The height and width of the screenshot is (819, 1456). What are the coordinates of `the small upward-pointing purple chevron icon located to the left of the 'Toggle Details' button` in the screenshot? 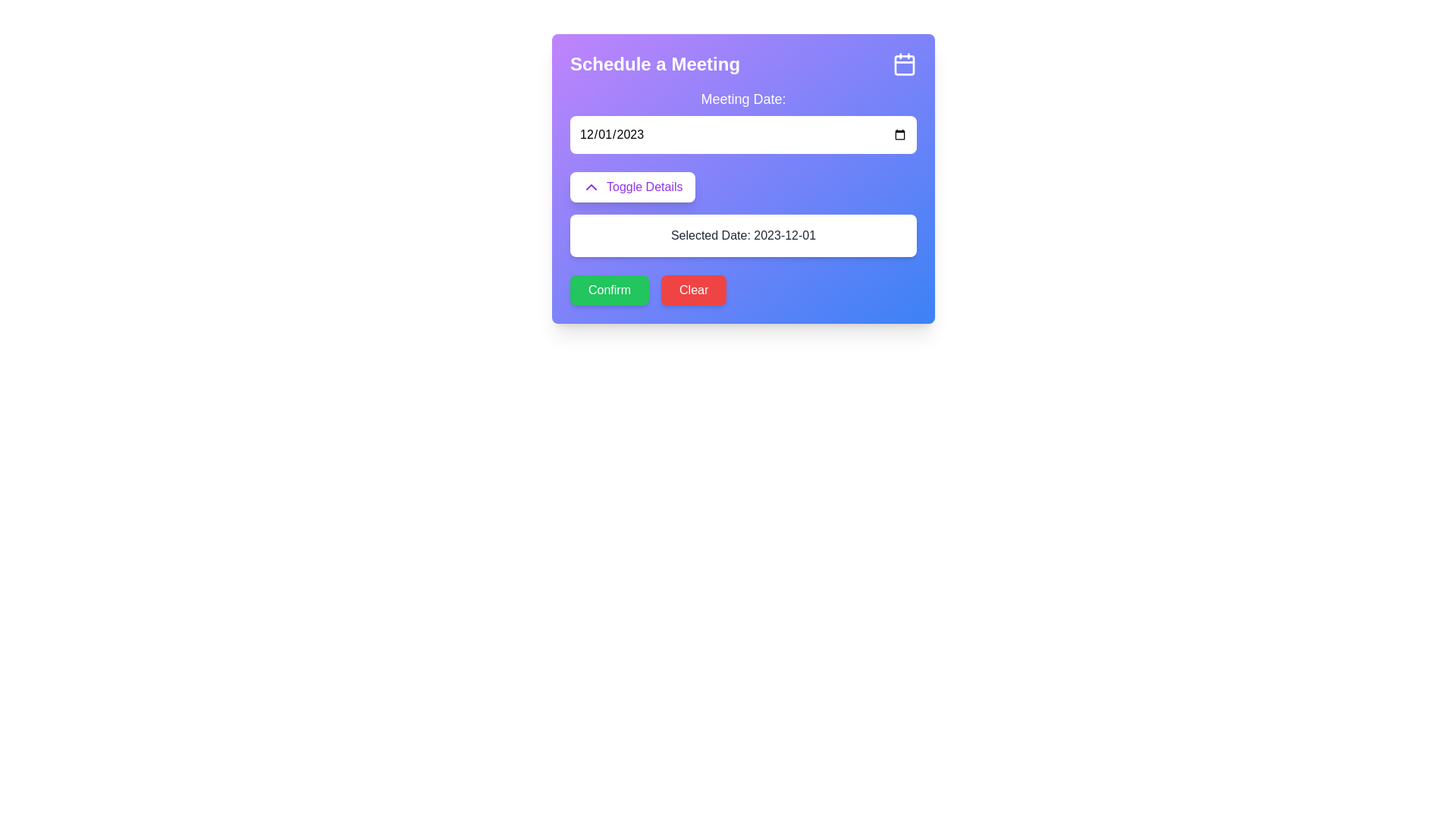 It's located at (590, 186).